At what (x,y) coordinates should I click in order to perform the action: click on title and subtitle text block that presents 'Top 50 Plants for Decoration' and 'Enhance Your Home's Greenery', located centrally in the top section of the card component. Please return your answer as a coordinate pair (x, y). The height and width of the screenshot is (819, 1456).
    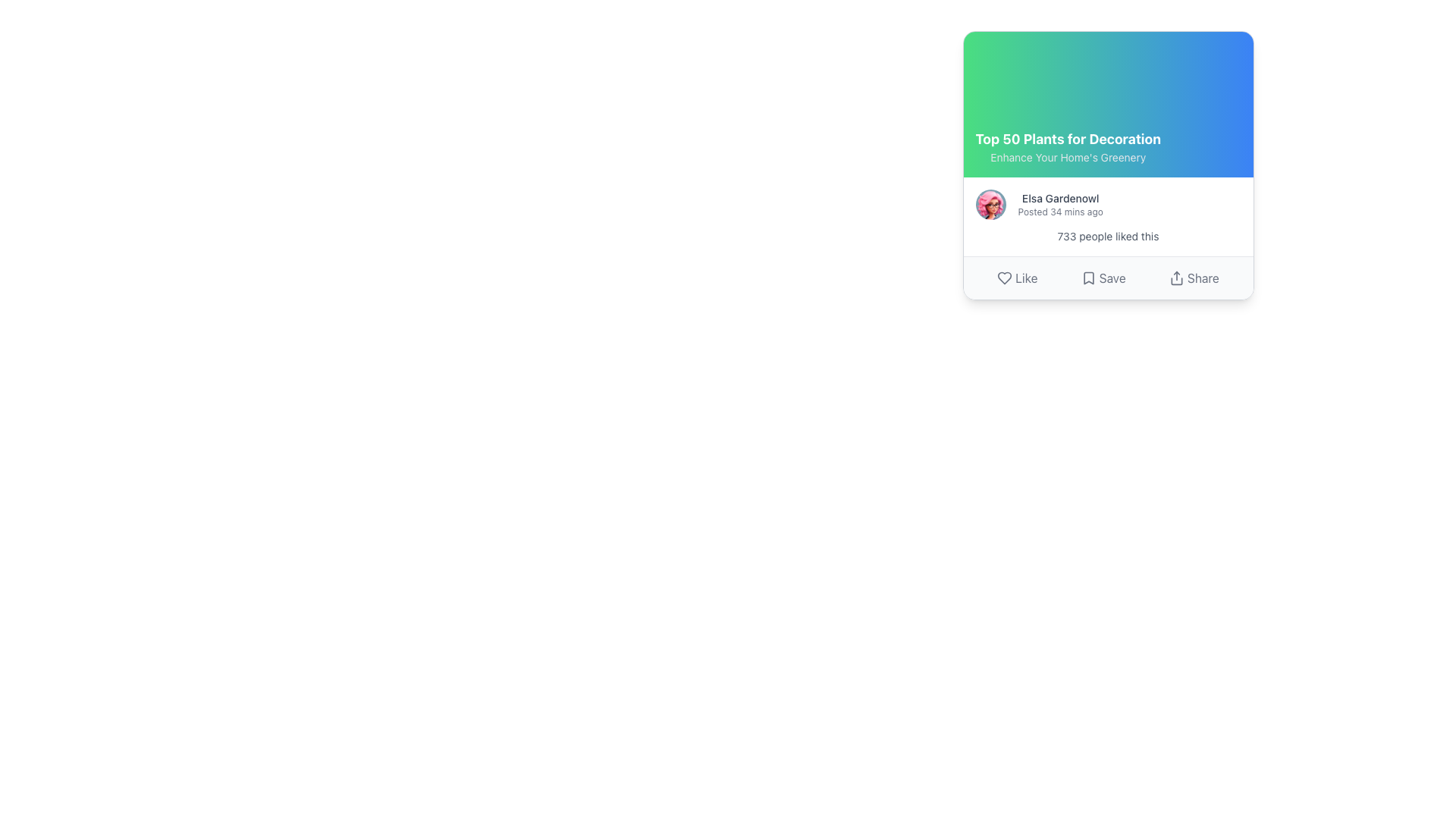
    Looking at the image, I should click on (1067, 146).